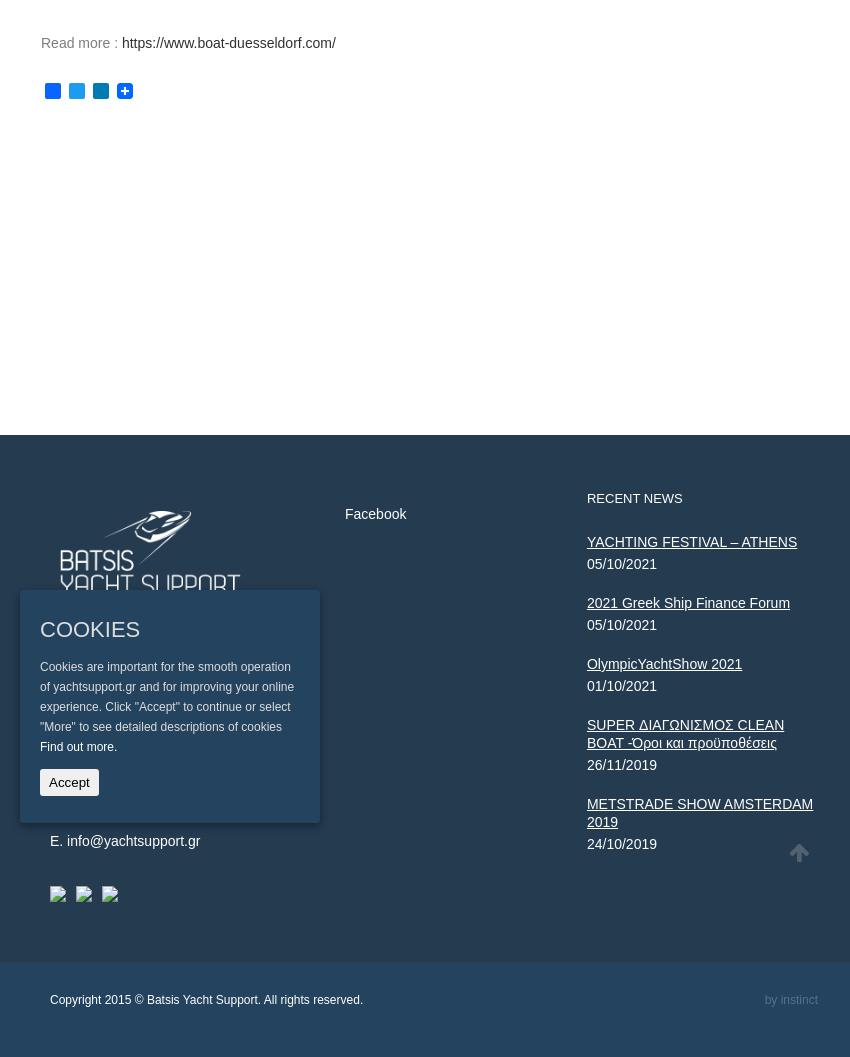 This screenshot has height=1057, width=850. Describe the element at coordinates (124, 838) in the screenshot. I see `'E. info@yachtsupport.gr'` at that location.